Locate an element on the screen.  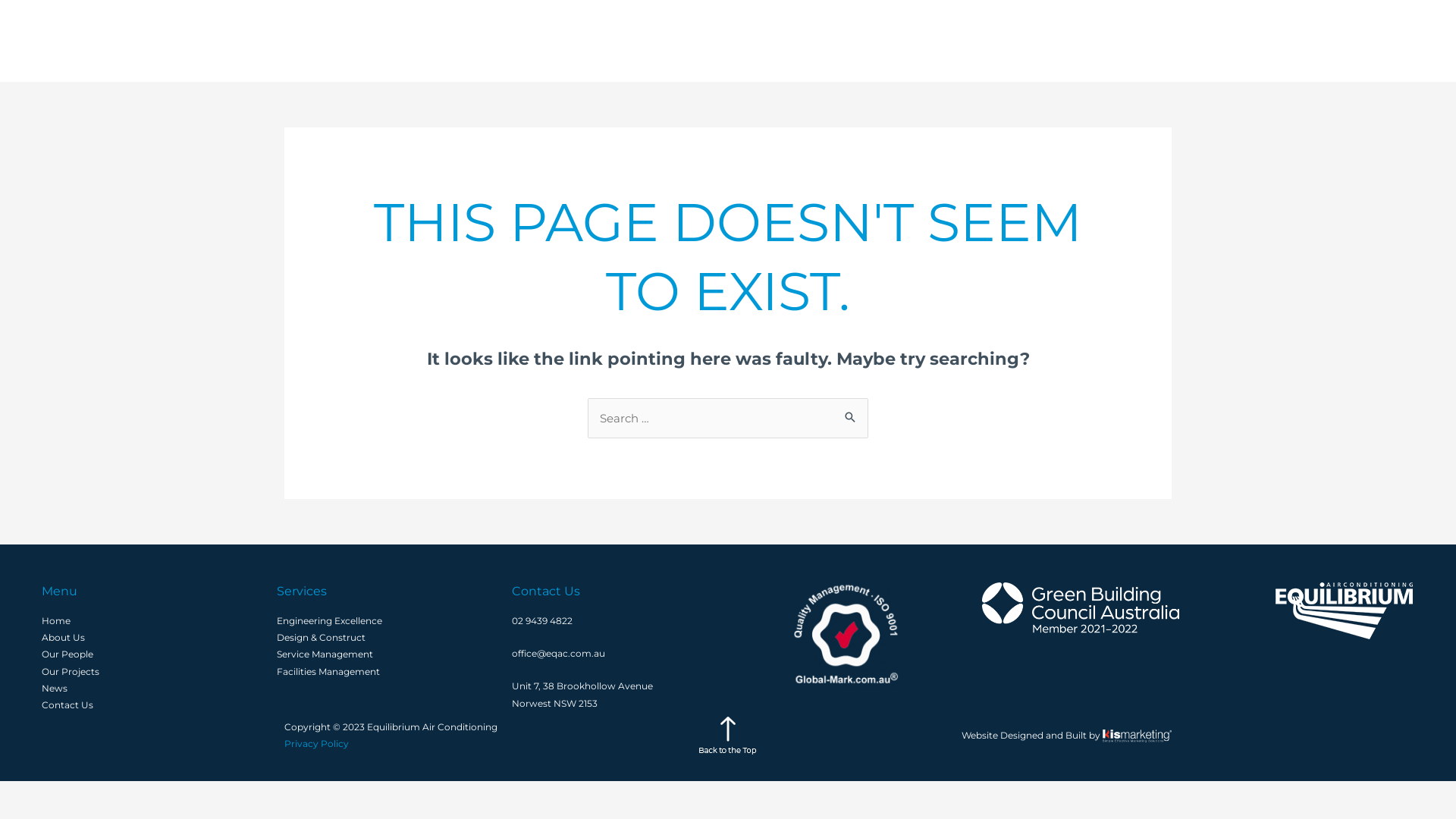
'We Offer' is located at coordinates (959, 40).